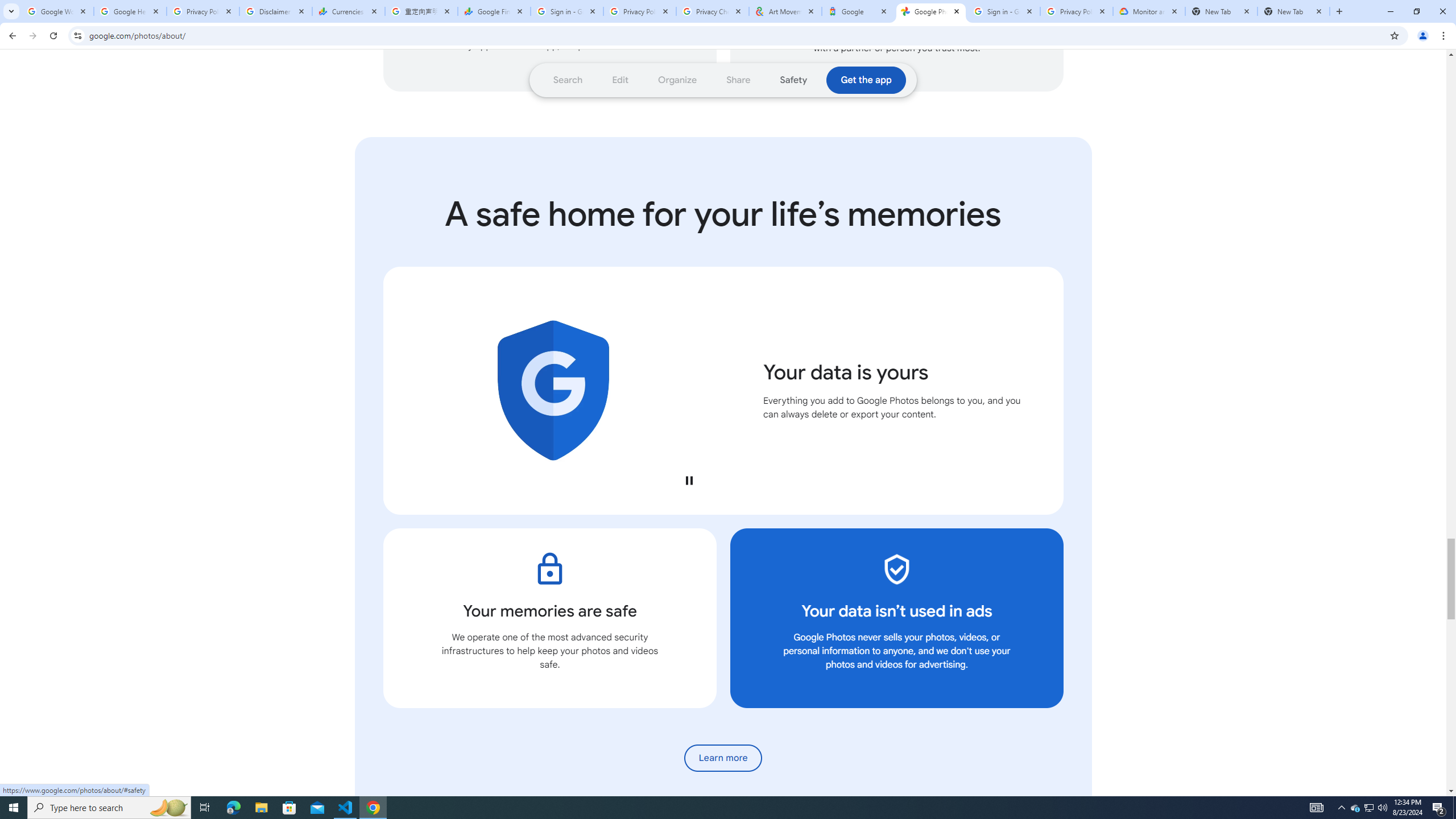 The width and height of the screenshot is (1456, 819). Describe the element at coordinates (568, 80) in the screenshot. I see `'Go to section: Search'` at that location.